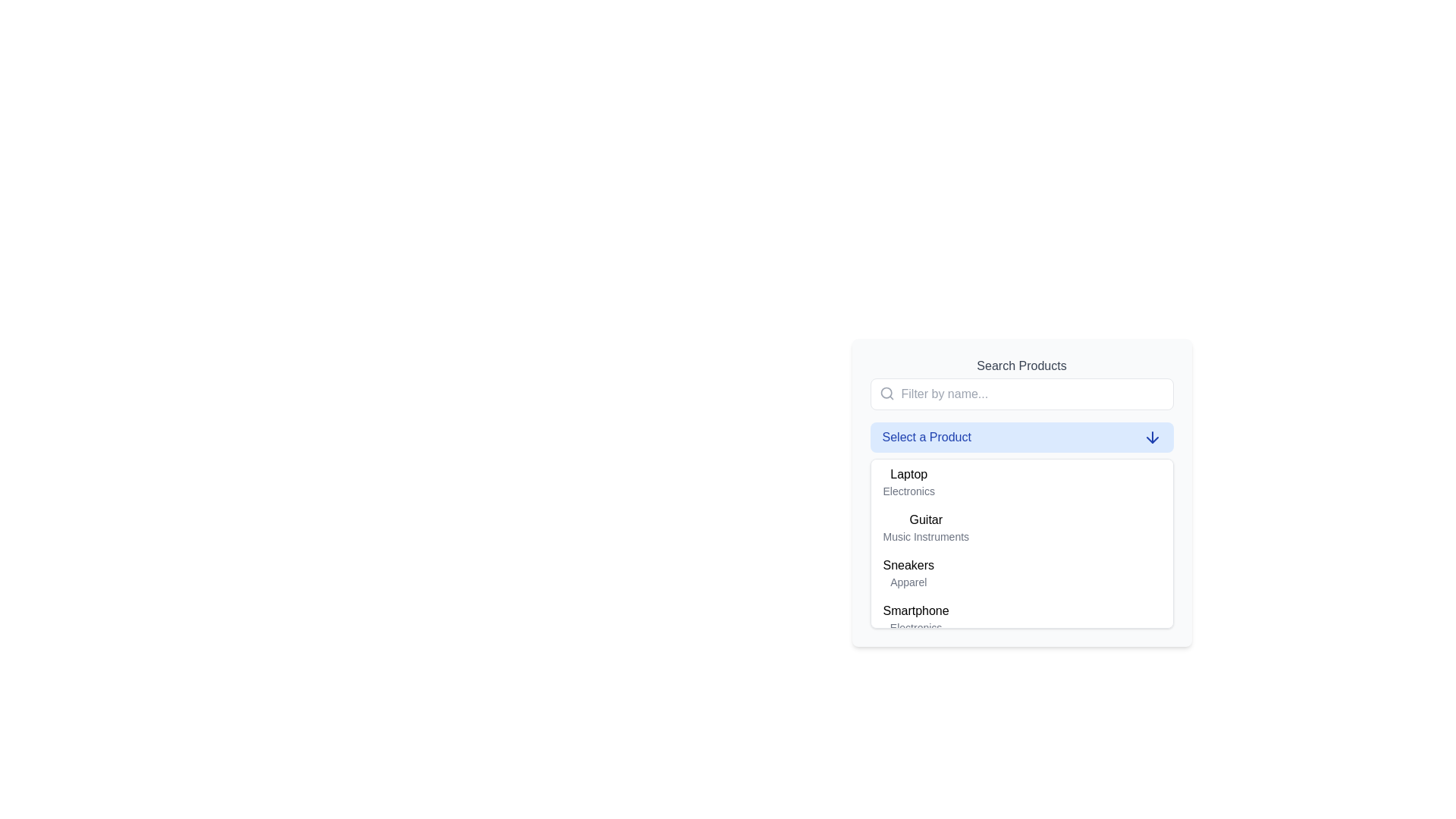 The image size is (1456, 819). What do you see at coordinates (925, 536) in the screenshot?
I see `text label 'Music Instruments' located in the dropdown menu beneath 'Guitar' for additional information` at bounding box center [925, 536].